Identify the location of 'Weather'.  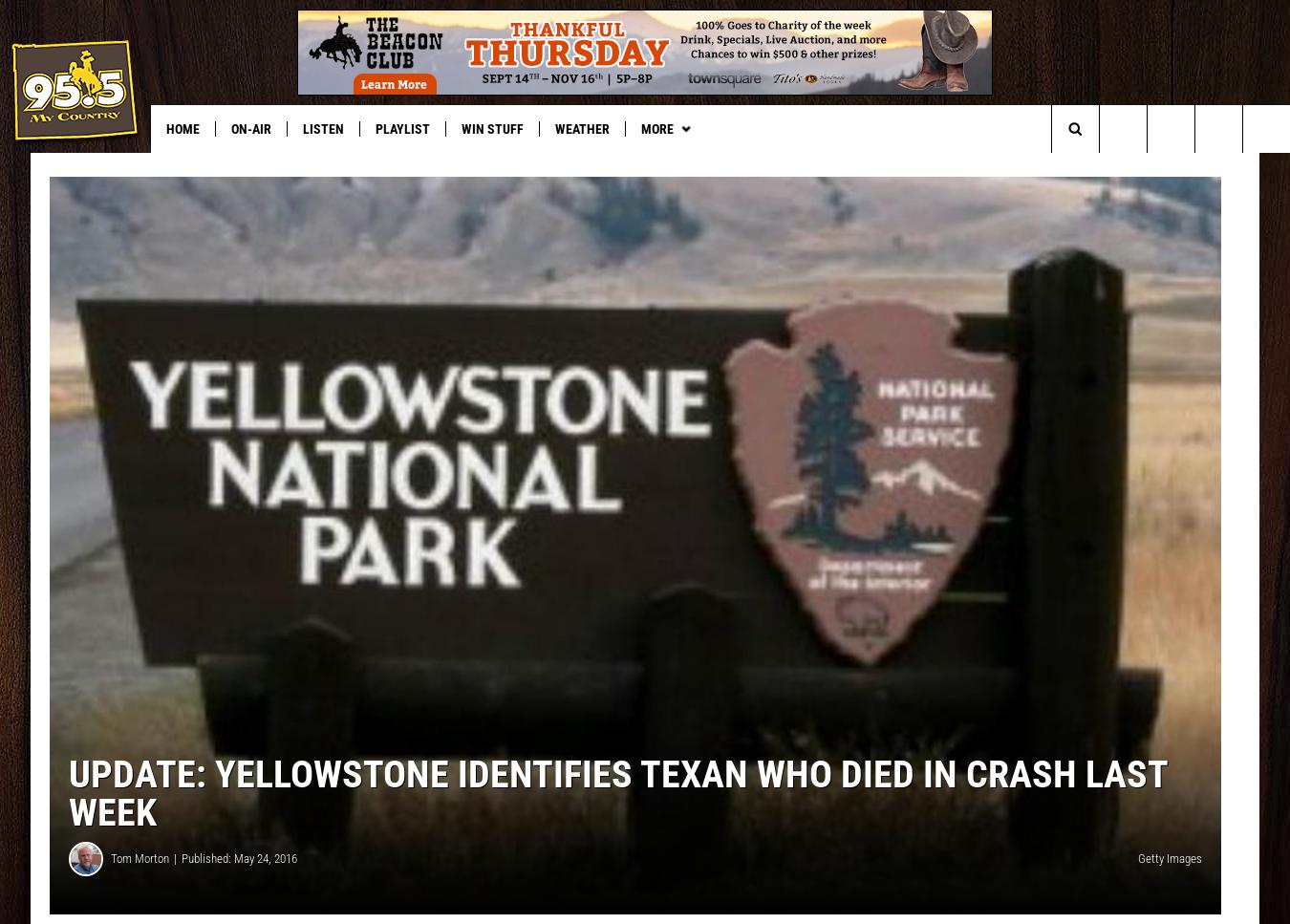
(582, 127).